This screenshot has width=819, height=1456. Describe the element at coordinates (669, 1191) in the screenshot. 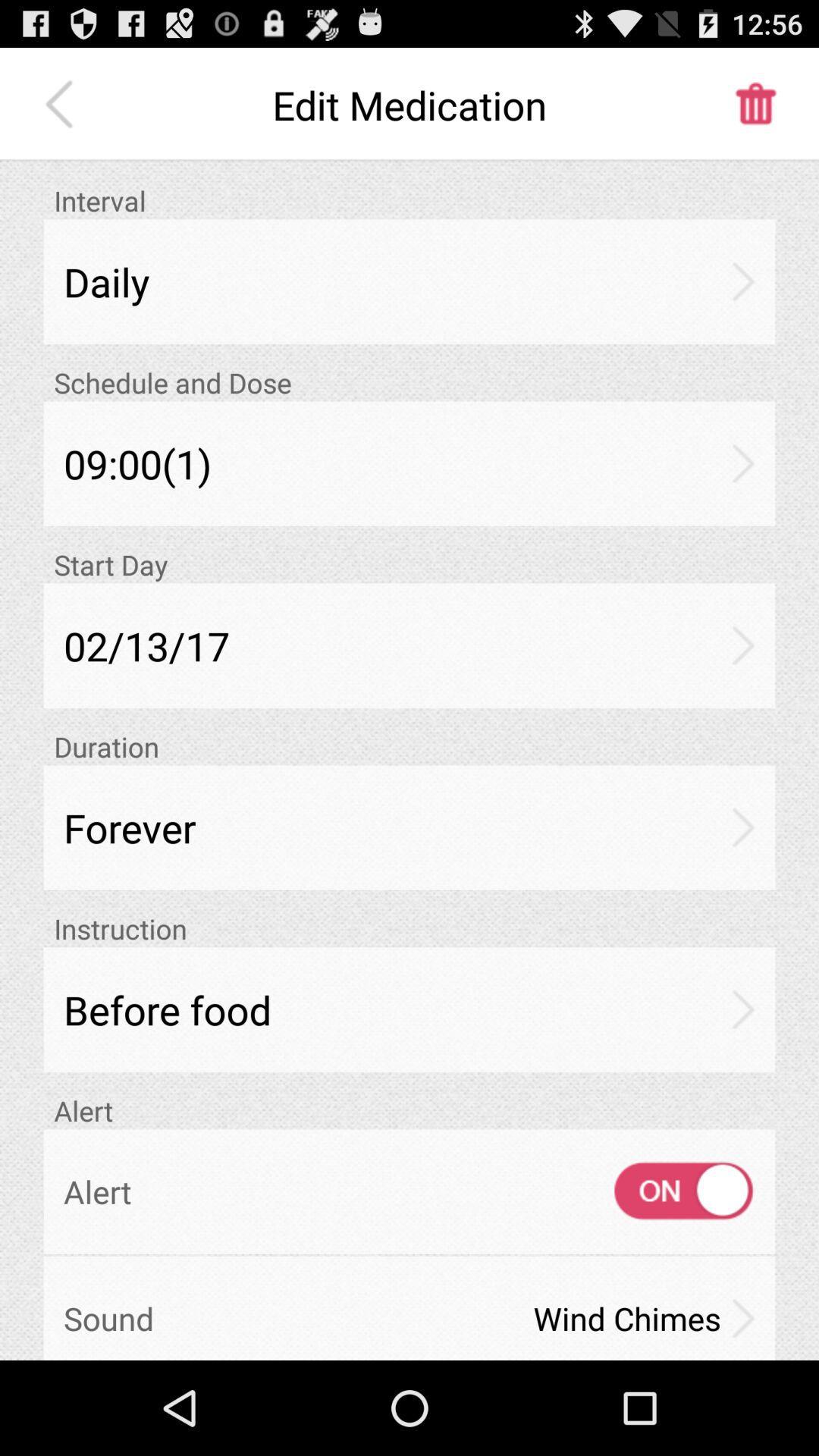

I see `the icon above the wind chimes icon` at that location.